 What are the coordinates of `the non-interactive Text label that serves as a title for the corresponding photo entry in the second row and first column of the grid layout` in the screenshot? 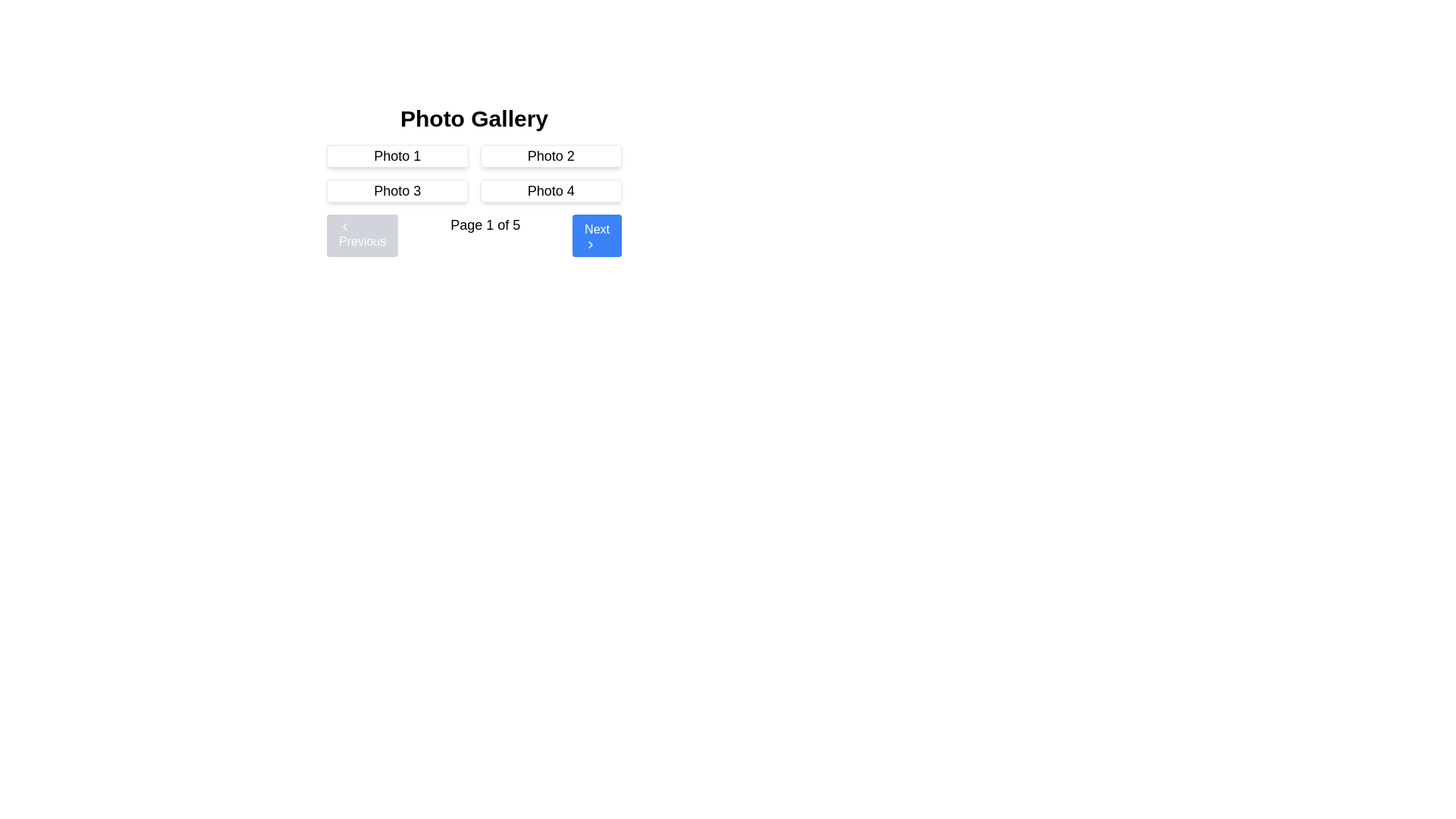 It's located at (397, 190).